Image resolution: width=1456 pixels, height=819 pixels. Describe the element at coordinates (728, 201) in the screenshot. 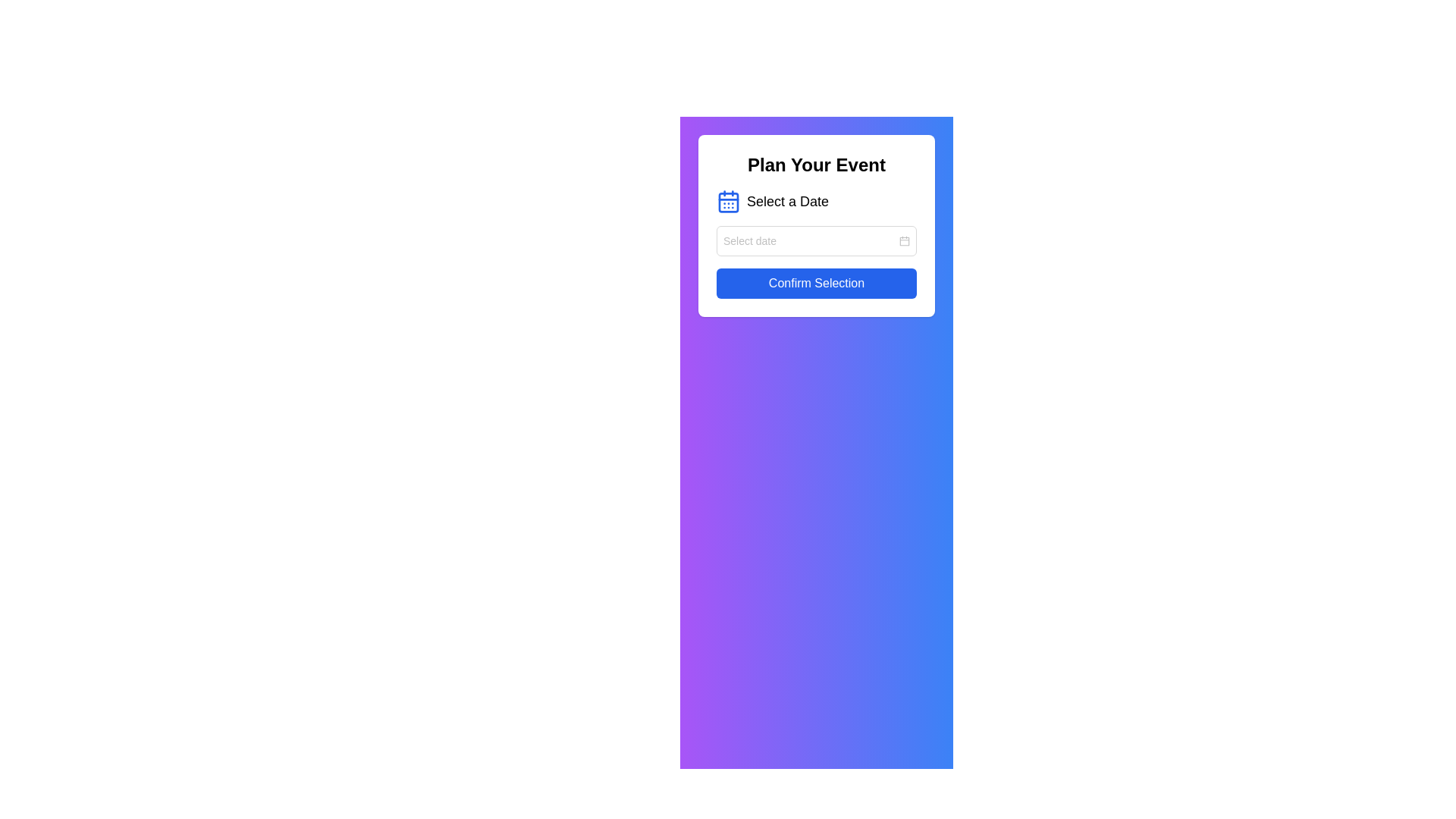

I see `the date selection icon located at the far left of the card, adjacent to the 'Select a Date' text` at that location.